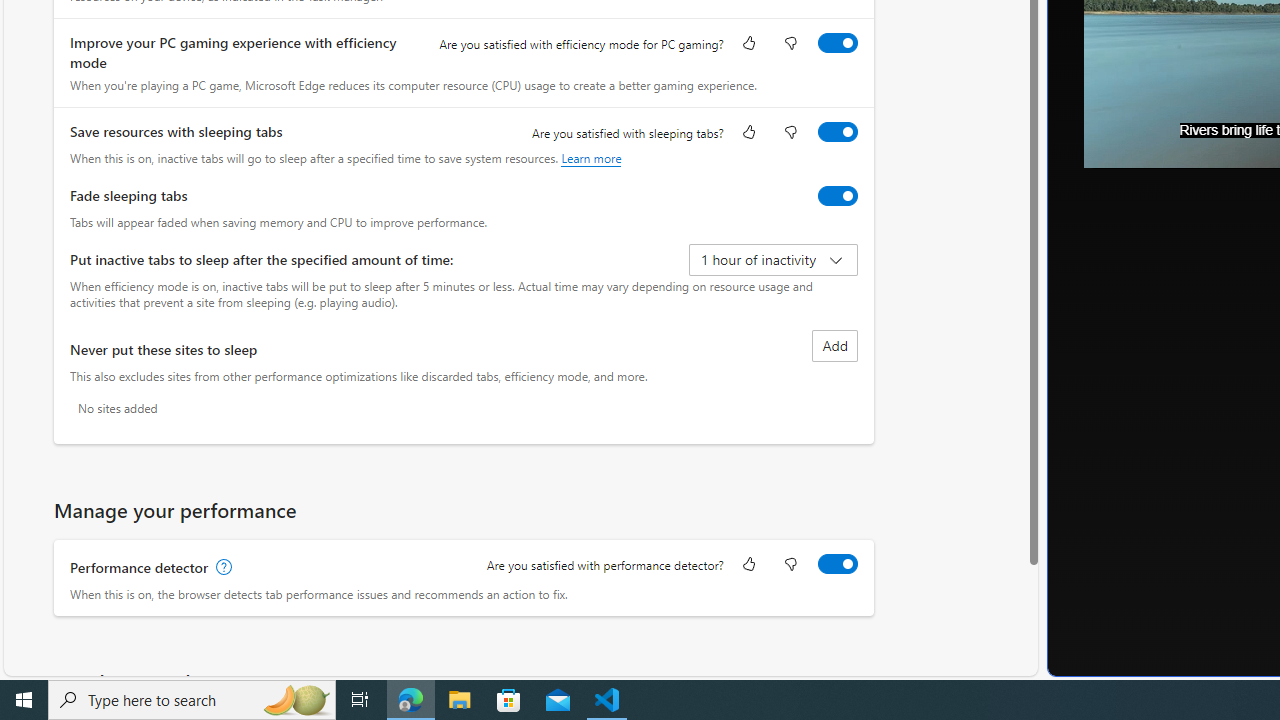  What do you see at coordinates (222, 567) in the screenshot?
I see `'Performance detector, learn more'` at bounding box center [222, 567].